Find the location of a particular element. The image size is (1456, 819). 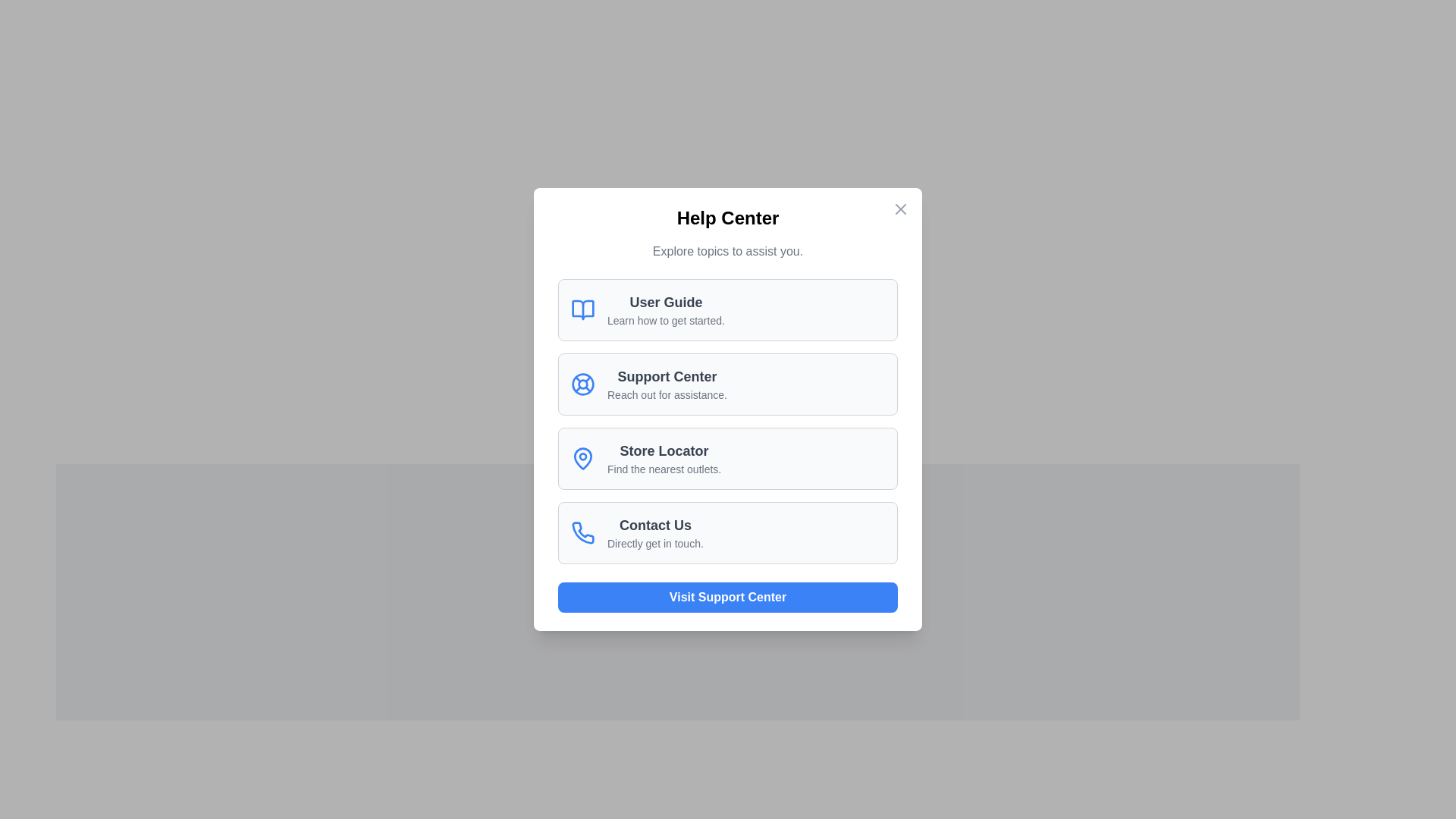

the text label that says 'Reach out for assistance.' located below the 'Support Center' heading in the second option group of the menu is located at coordinates (667, 394).